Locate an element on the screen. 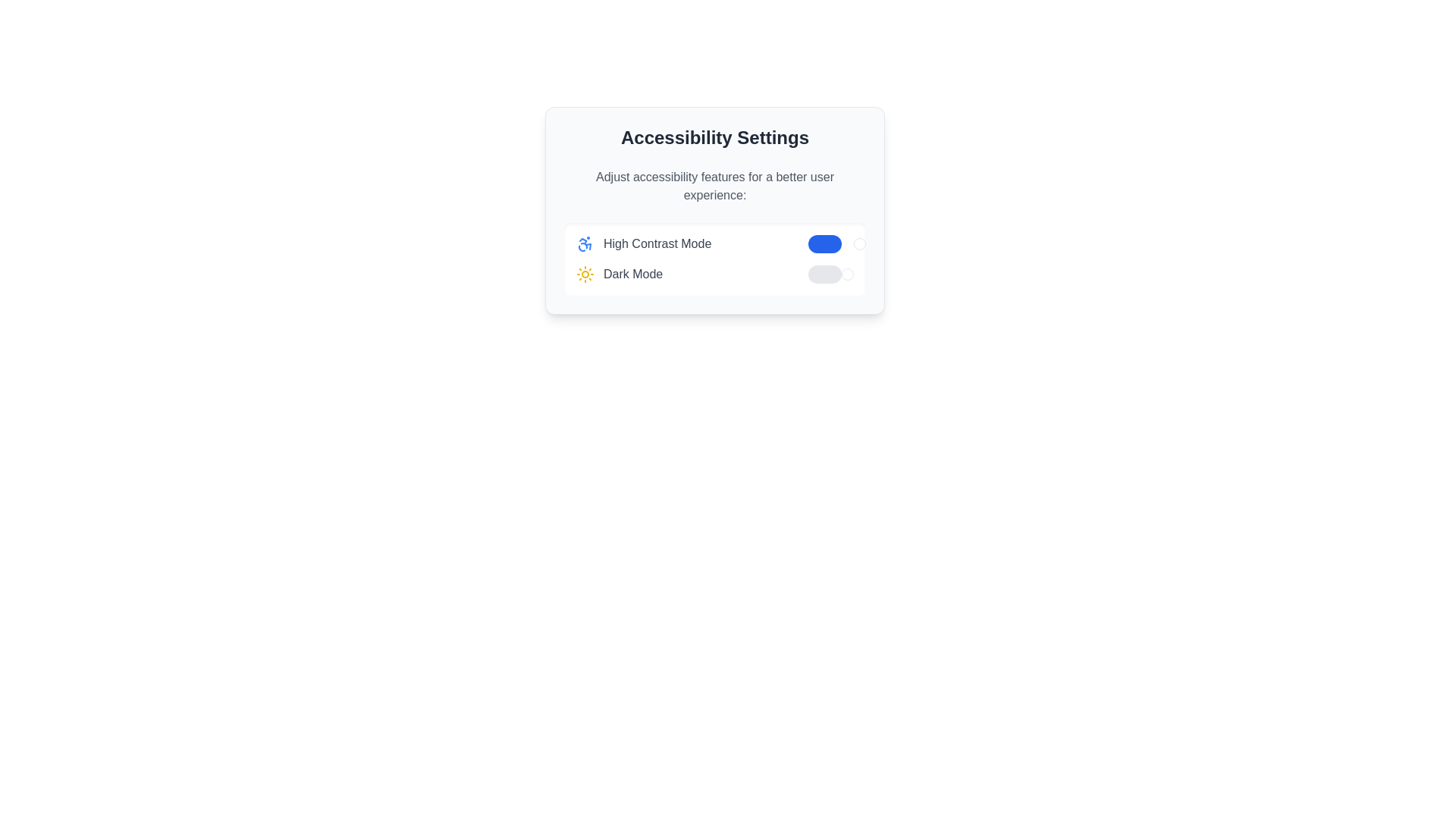 This screenshot has width=1456, height=819. the Decorative Icon representing the sun, which is styled in yellow and located to the left of the 'Dark Mode' label is located at coordinates (585, 275).